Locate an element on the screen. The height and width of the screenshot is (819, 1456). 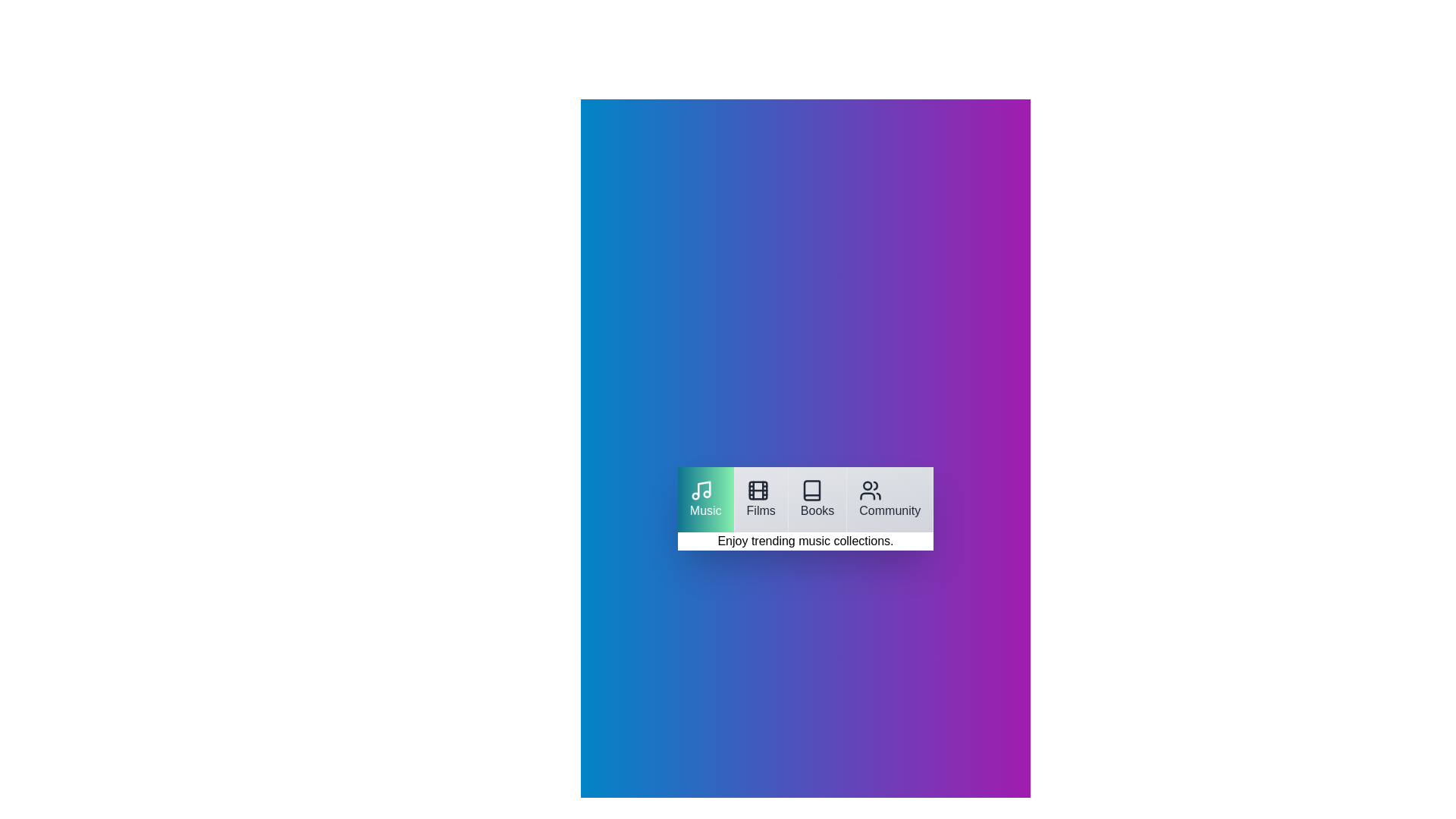
the 'Community' label in the horizontal navigation bar, which is positioned to the right of the 'Books' section is located at coordinates (890, 510).